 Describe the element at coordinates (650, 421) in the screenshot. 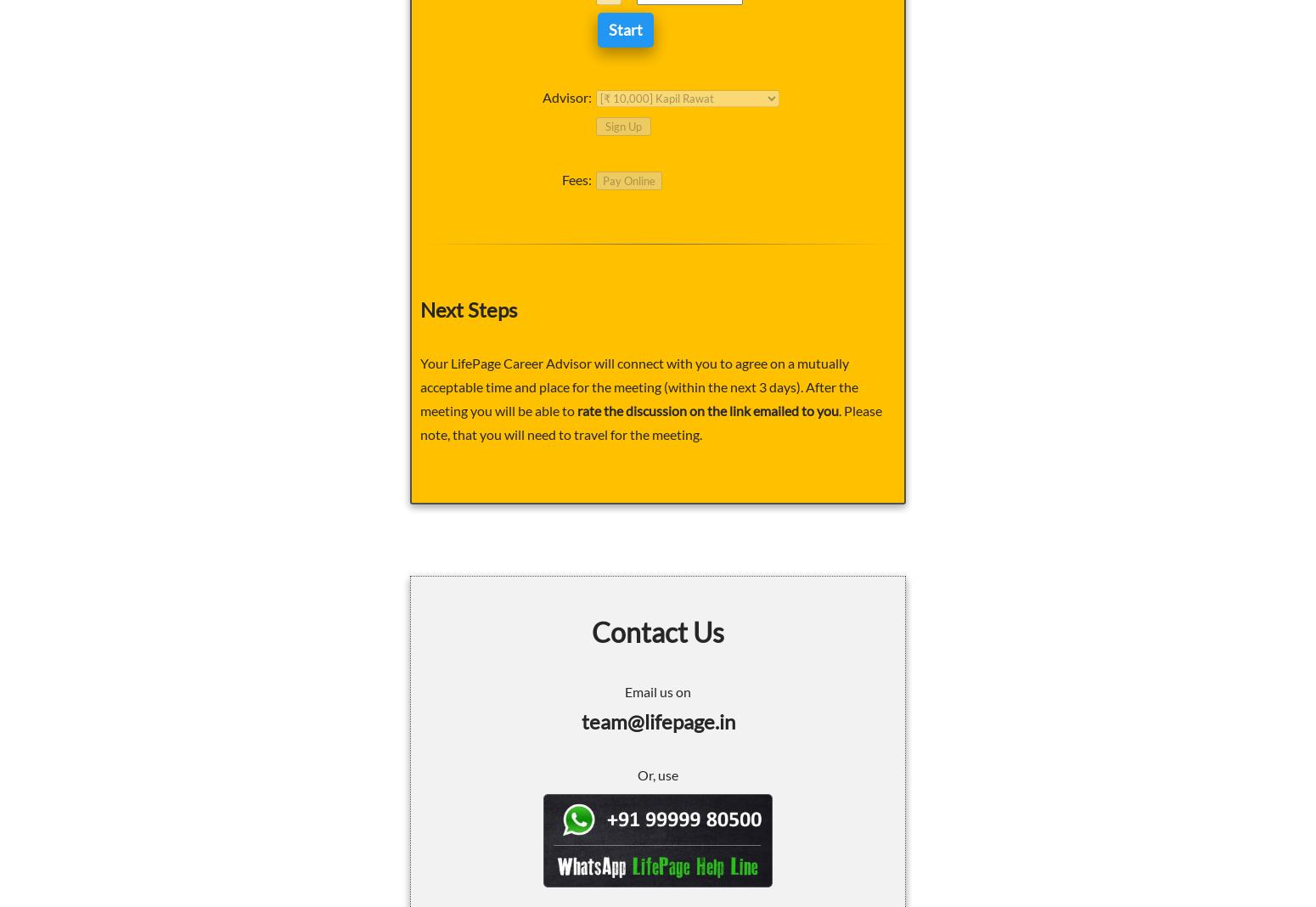

I see `'. Please note, that you will need to travel for the meeting.'` at that location.